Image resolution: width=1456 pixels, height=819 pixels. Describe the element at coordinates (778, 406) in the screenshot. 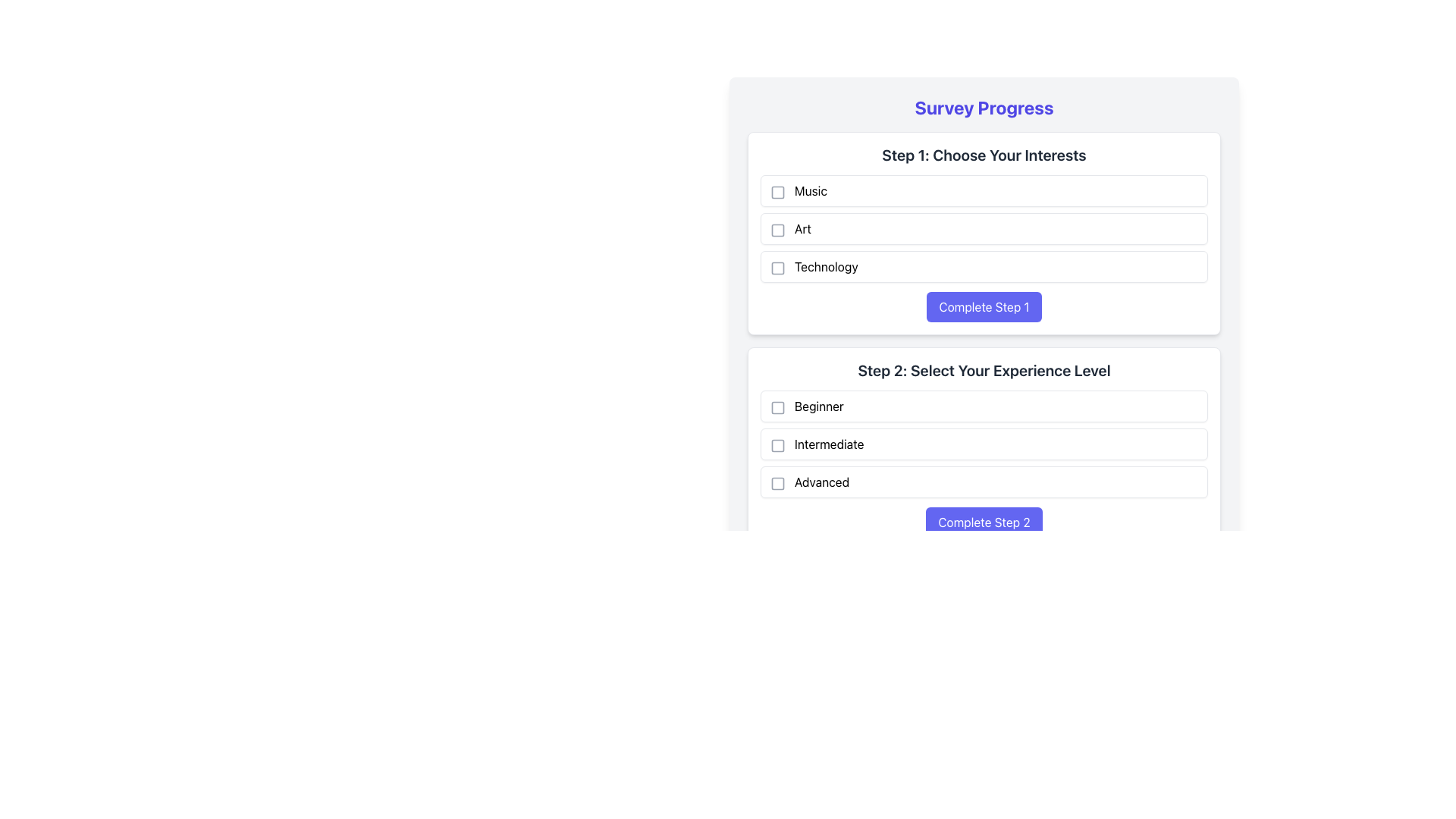

I see `the unchecked checkbox graphic next to the label 'Beginner'` at that location.